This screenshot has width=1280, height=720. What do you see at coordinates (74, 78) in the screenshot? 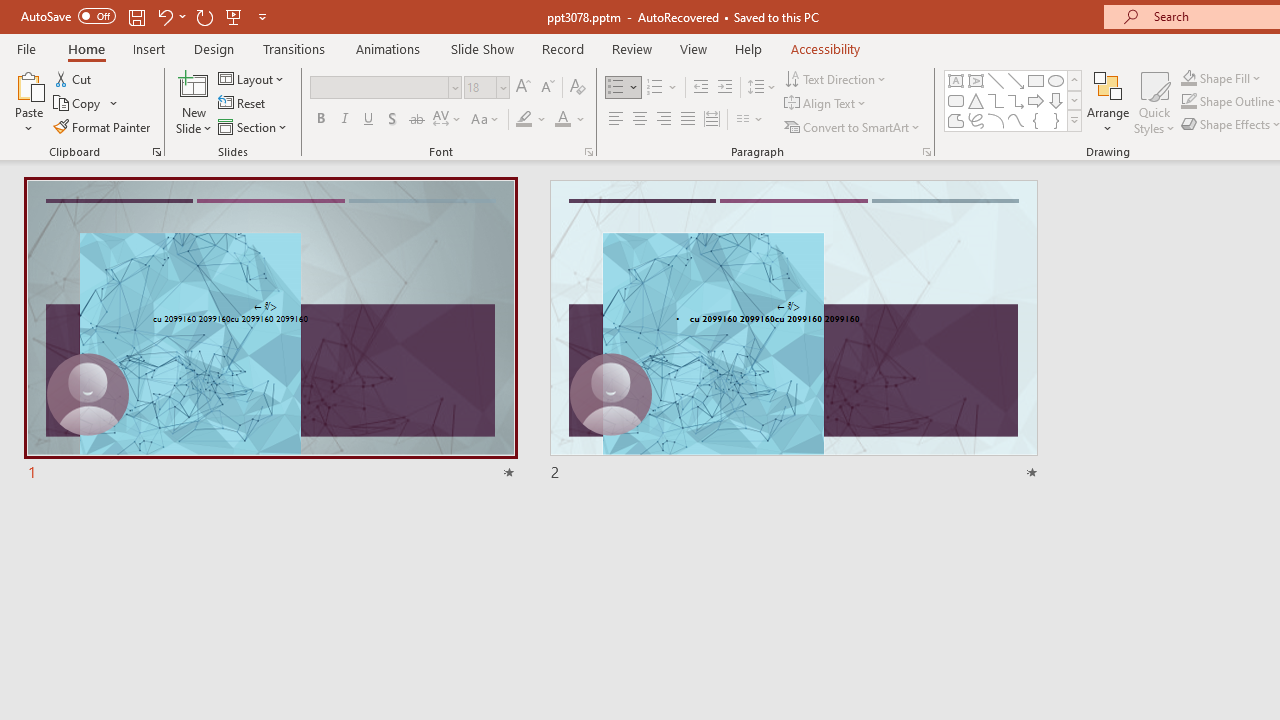
I see `'Cut'` at bounding box center [74, 78].